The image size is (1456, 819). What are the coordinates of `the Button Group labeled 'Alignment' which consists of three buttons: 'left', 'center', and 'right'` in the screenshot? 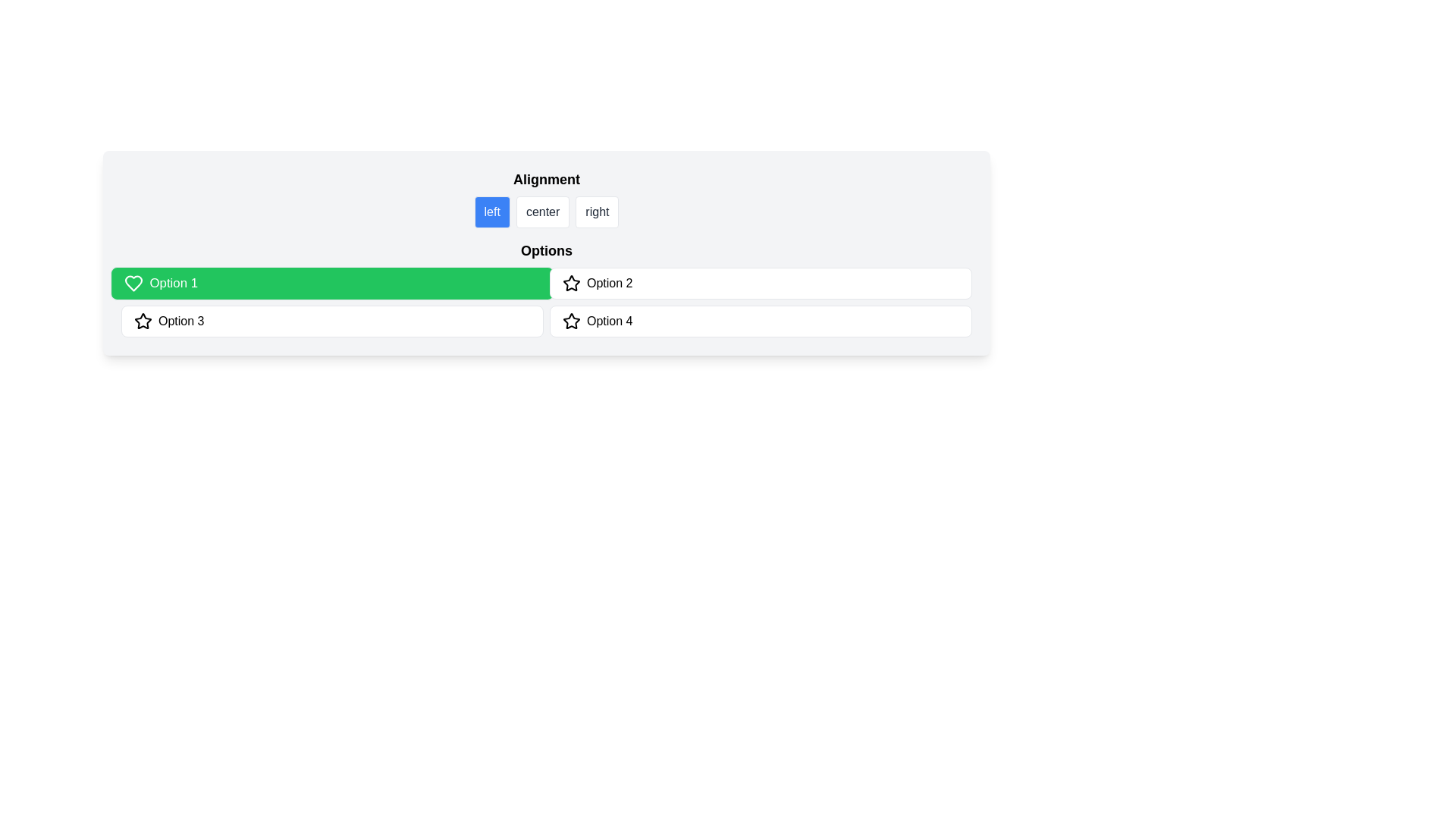 It's located at (546, 212).